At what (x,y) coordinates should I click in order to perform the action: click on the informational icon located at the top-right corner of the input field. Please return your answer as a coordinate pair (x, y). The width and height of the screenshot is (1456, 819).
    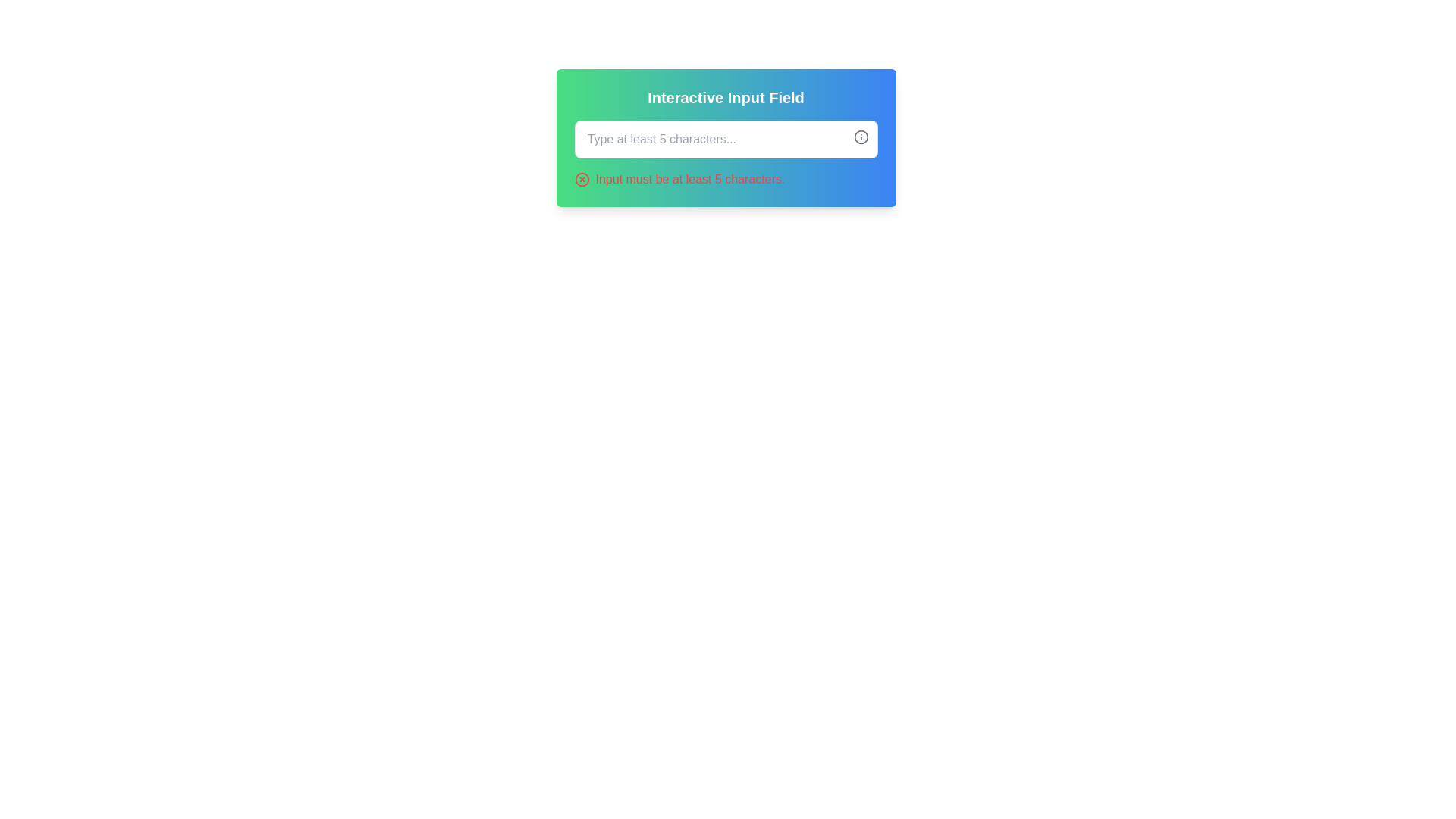
    Looking at the image, I should click on (861, 137).